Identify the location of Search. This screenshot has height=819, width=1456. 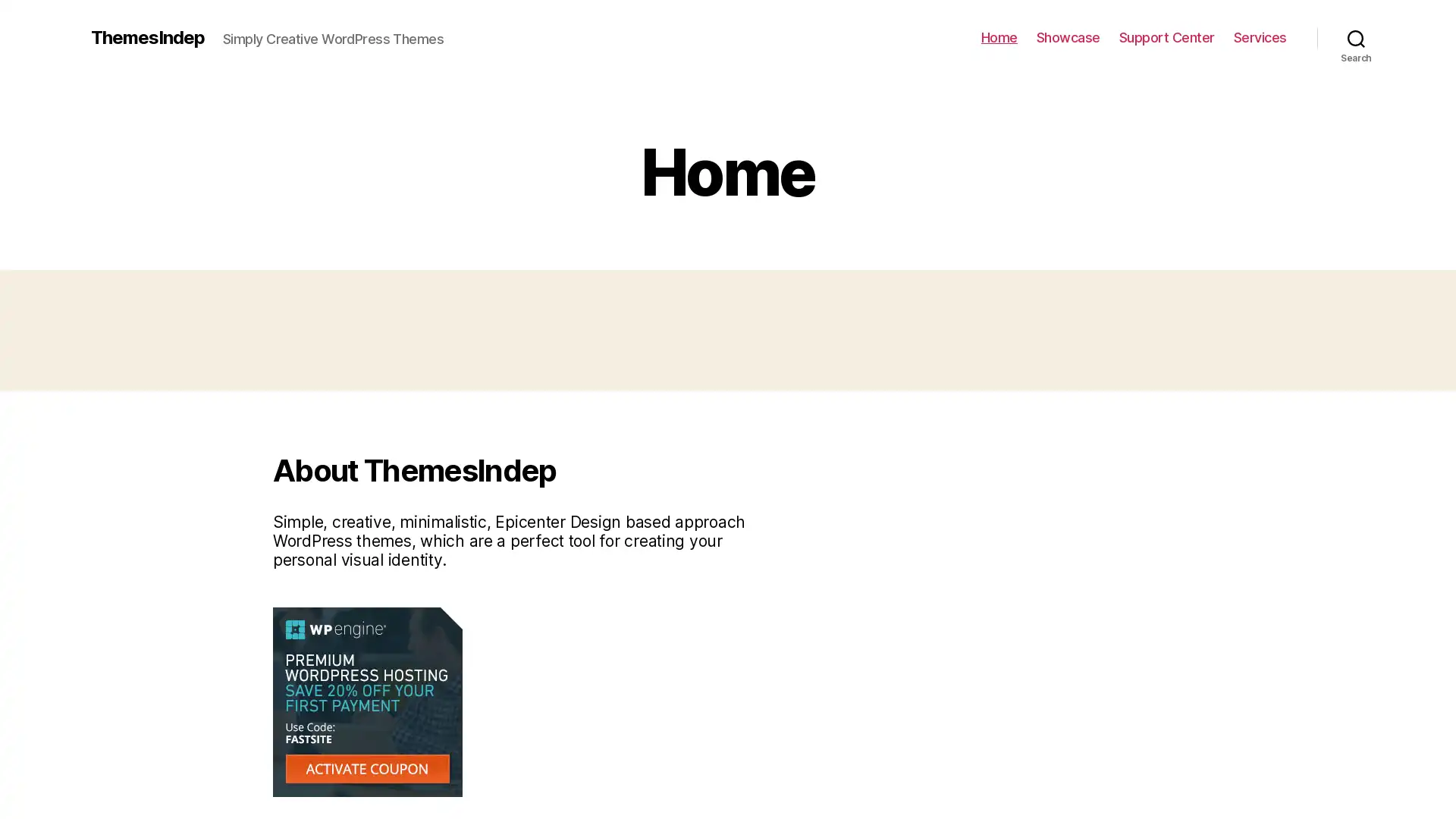
(1356, 37).